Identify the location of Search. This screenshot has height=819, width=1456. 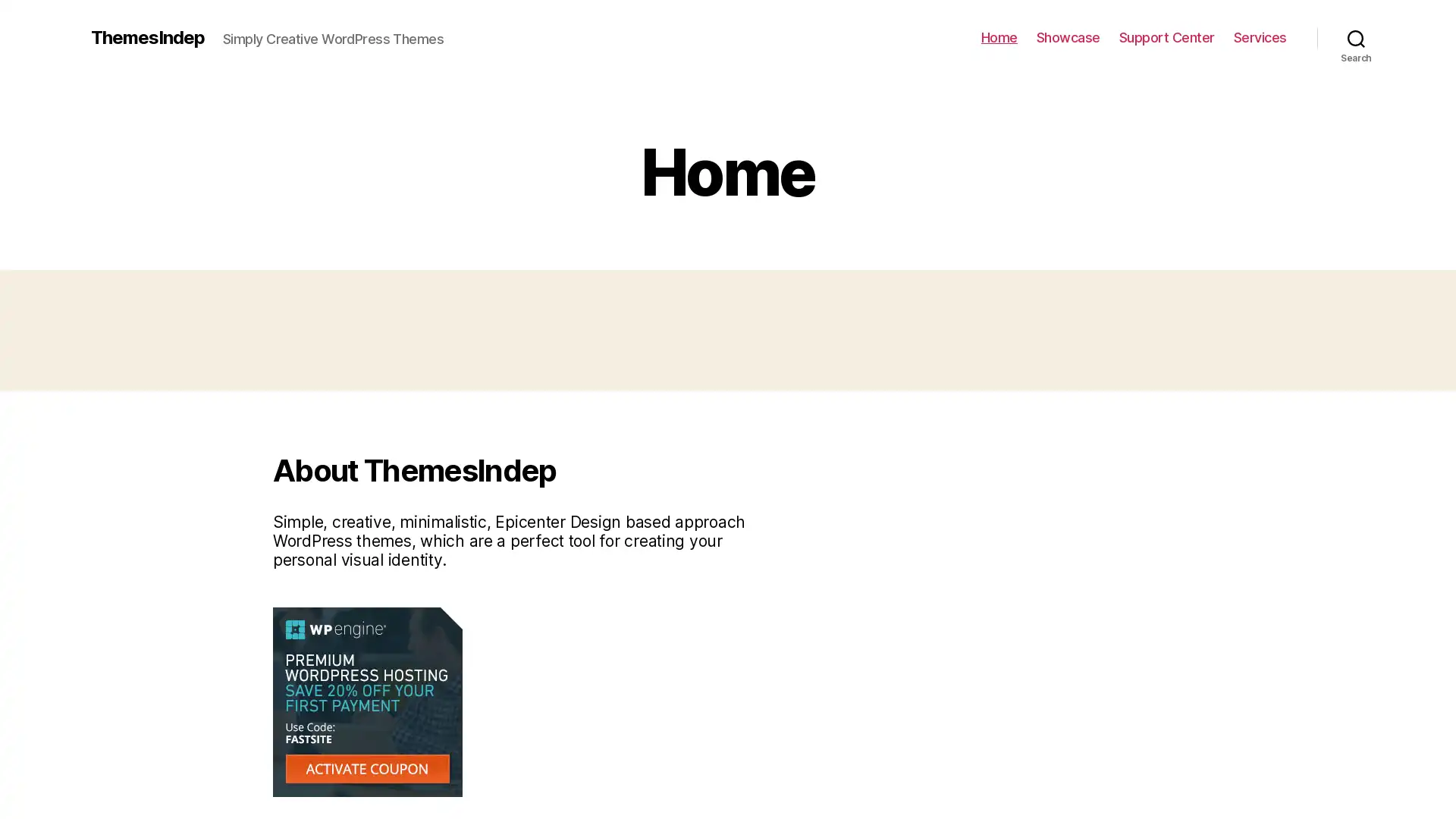
(1356, 37).